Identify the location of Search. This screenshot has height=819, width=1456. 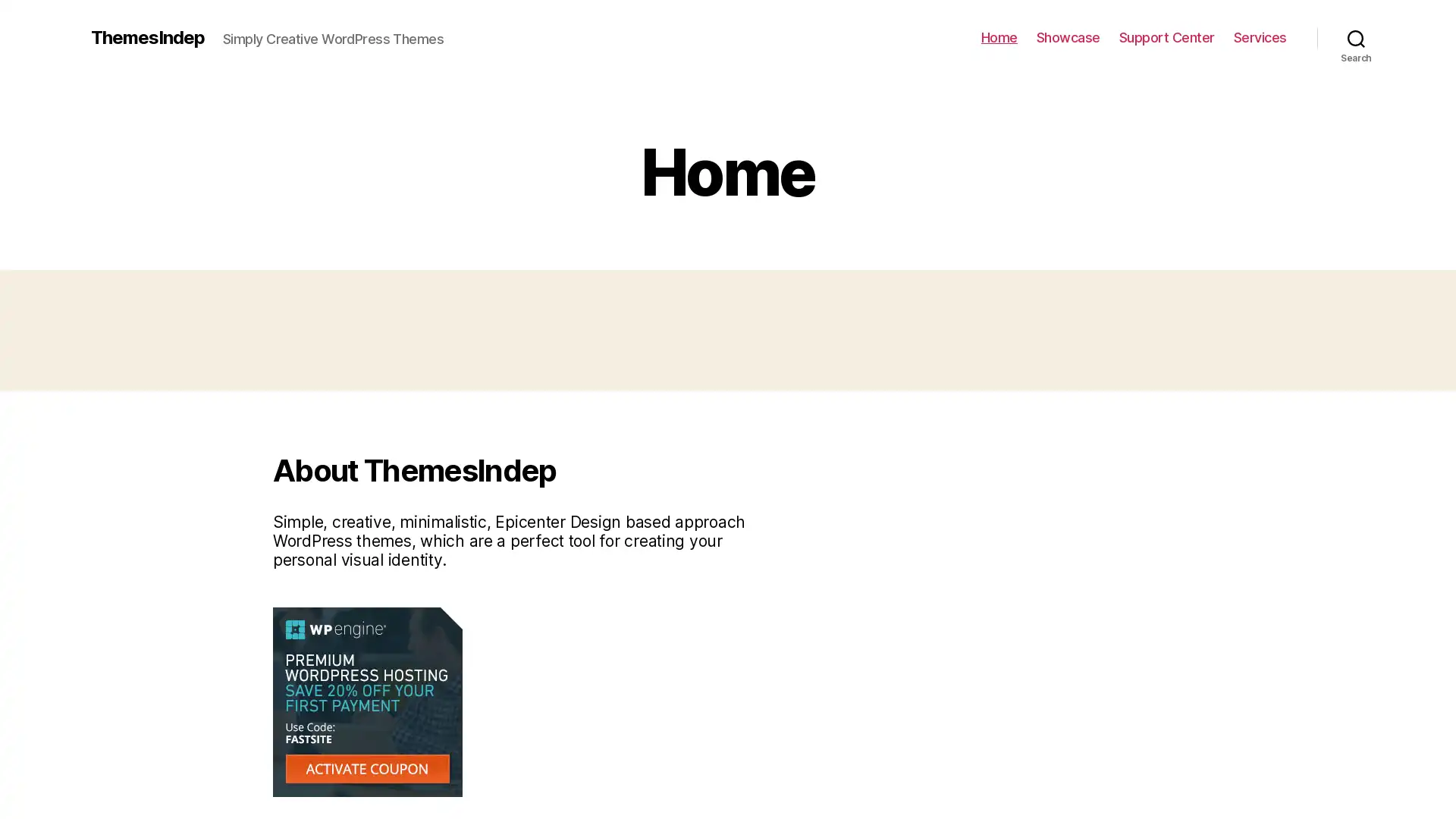
(1356, 37).